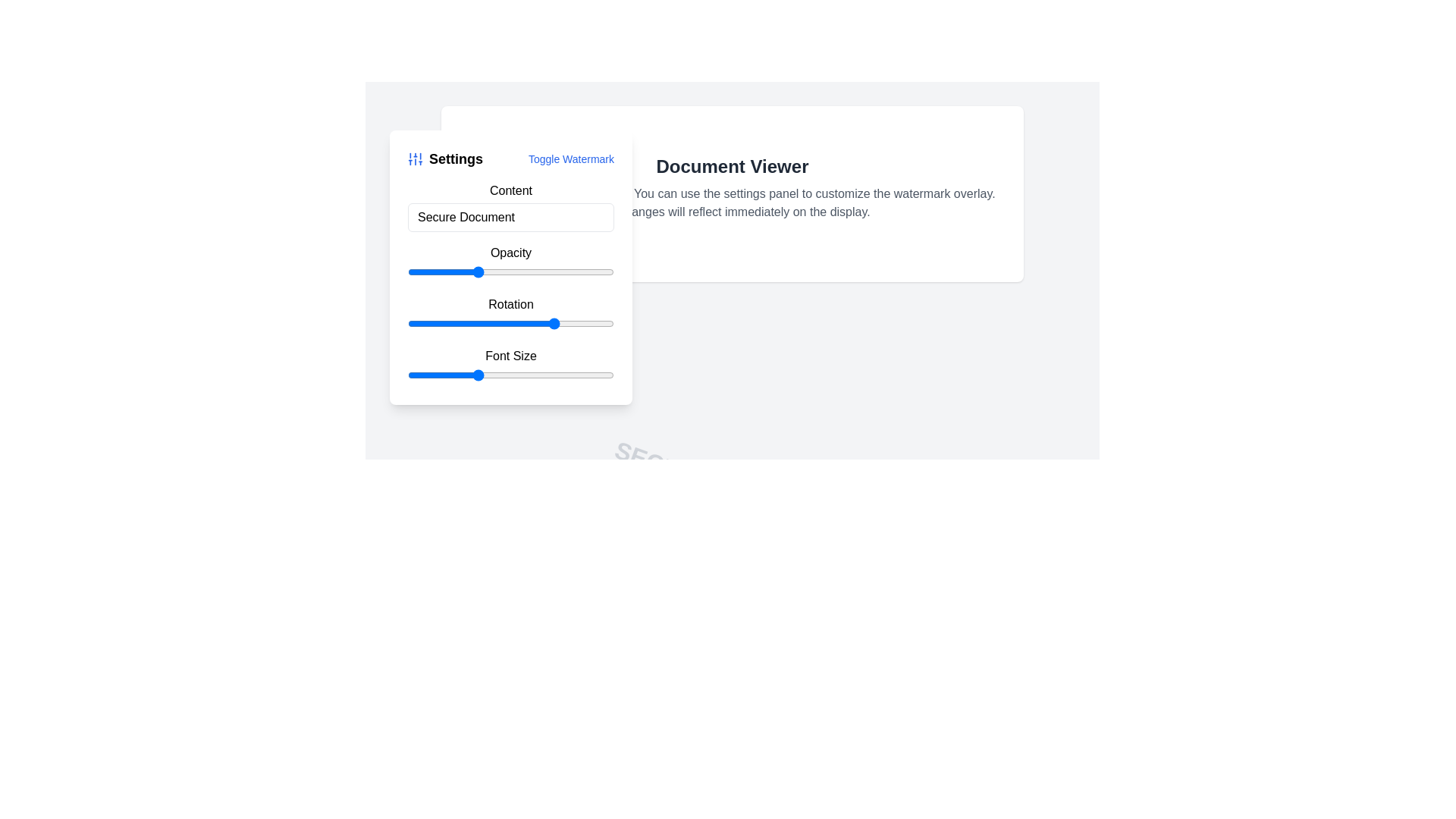 Image resolution: width=1456 pixels, height=819 pixels. Describe the element at coordinates (592, 323) in the screenshot. I see `the rotation value` at that location.